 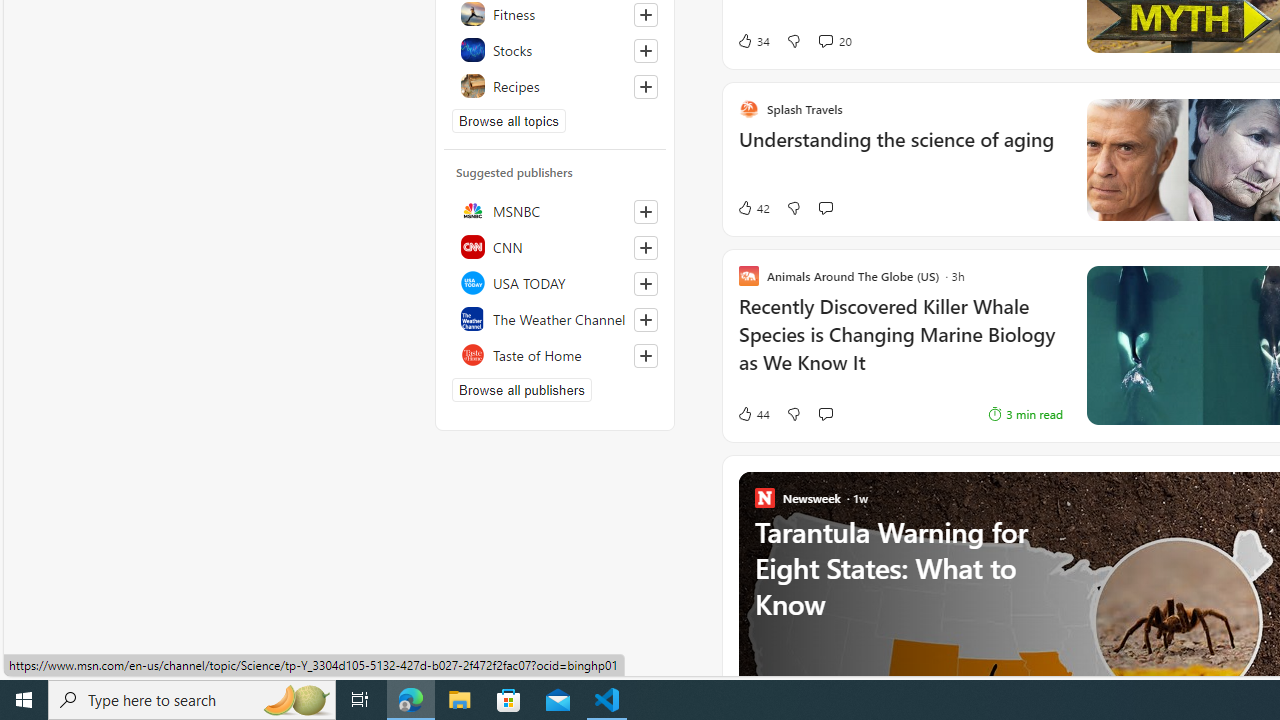 I want to click on 'Taste of Home', so click(x=555, y=353).